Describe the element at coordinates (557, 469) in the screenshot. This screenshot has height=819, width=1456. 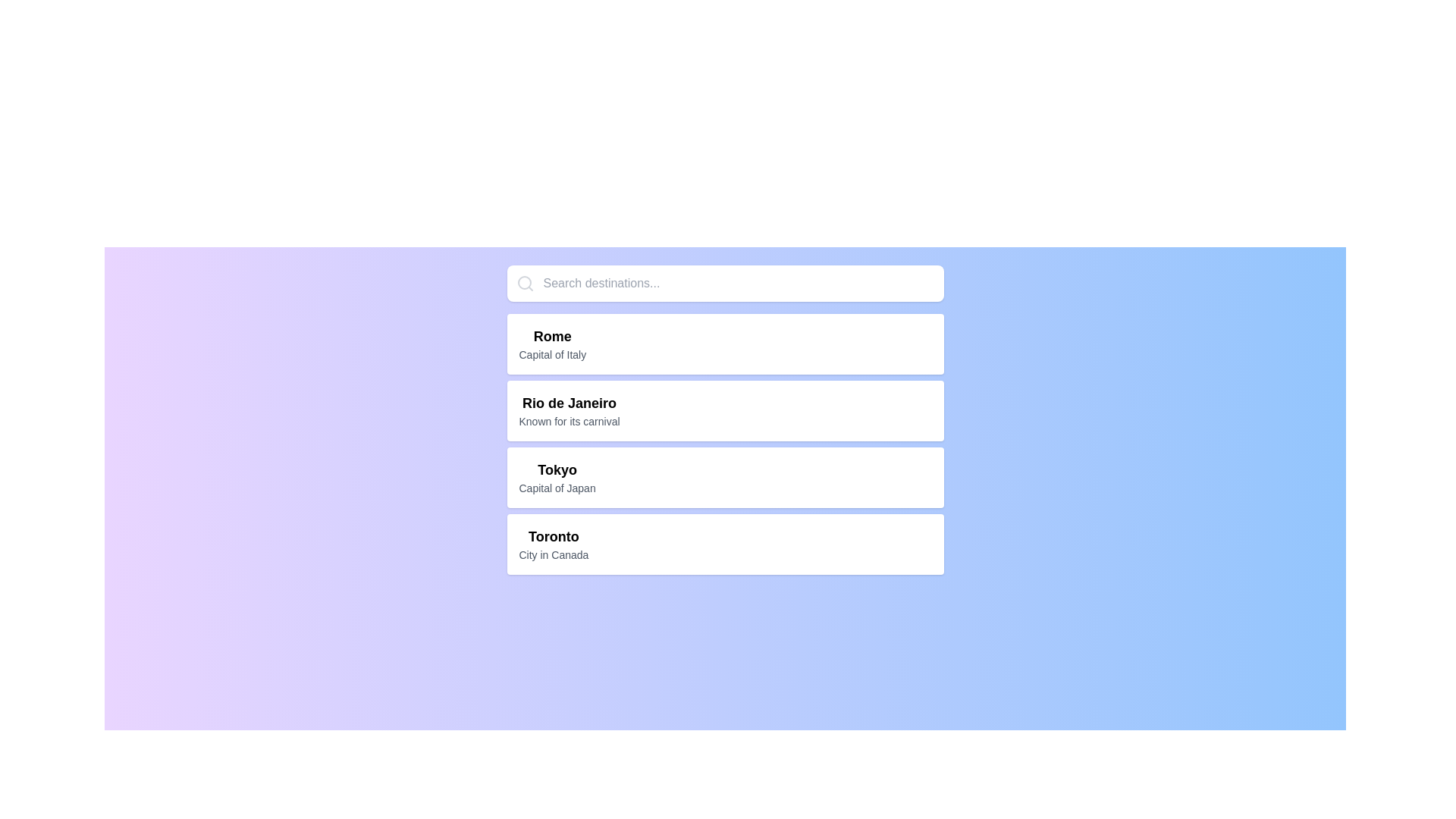
I see `the non-interactive text label displaying 'Tokyo' which is styled in bold, large-sized font and is positioned prominently in a vertical list of city names` at that location.